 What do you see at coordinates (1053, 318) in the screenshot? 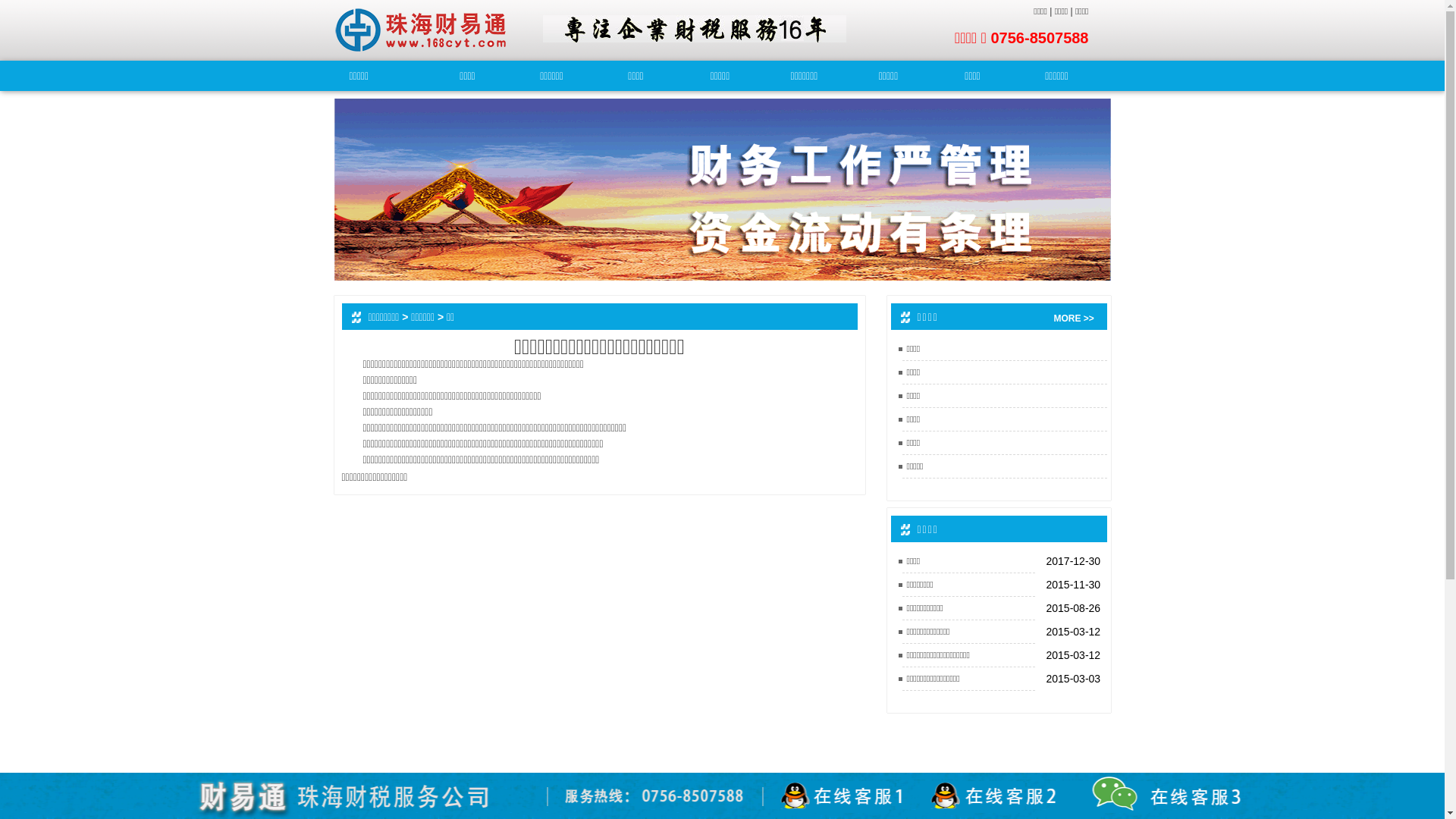
I see `'MORE >>'` at bounding box center [1053, 318].